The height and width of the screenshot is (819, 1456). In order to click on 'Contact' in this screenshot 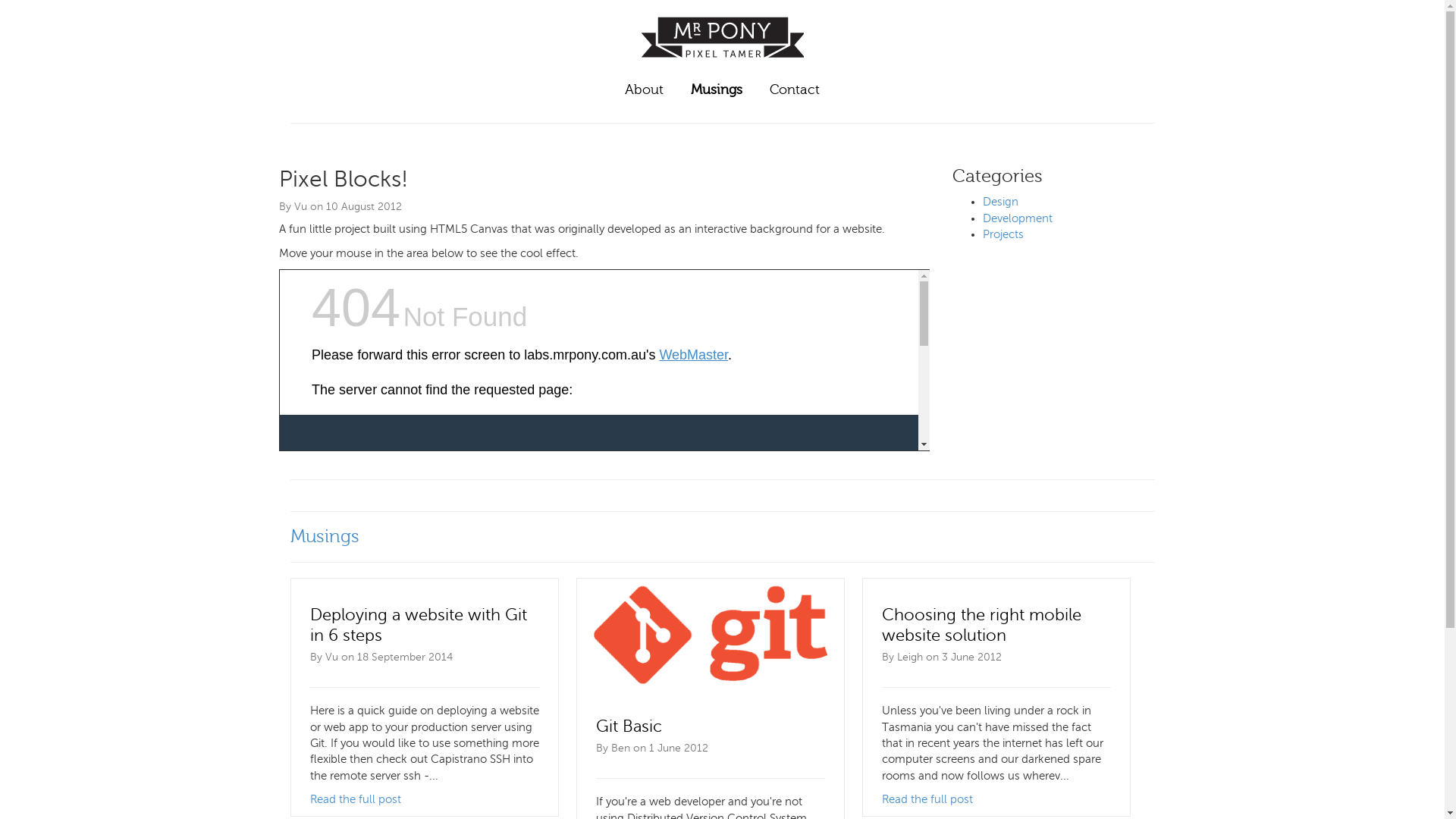, I will do `click(793, 90)`.